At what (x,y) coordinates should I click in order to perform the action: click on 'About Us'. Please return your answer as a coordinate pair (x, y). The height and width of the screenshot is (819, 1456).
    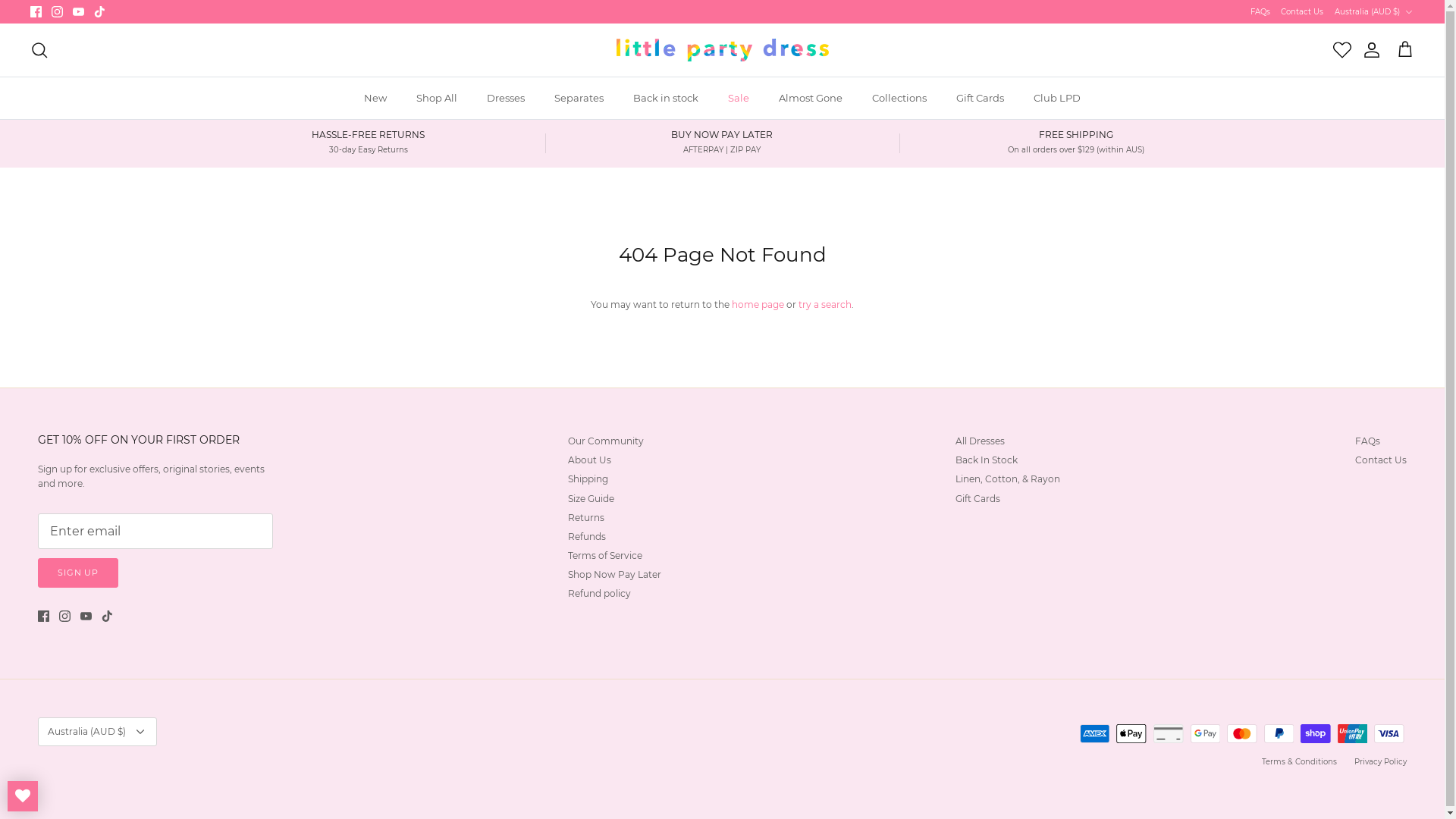
    Looking at the image, I should click on (588, 459).